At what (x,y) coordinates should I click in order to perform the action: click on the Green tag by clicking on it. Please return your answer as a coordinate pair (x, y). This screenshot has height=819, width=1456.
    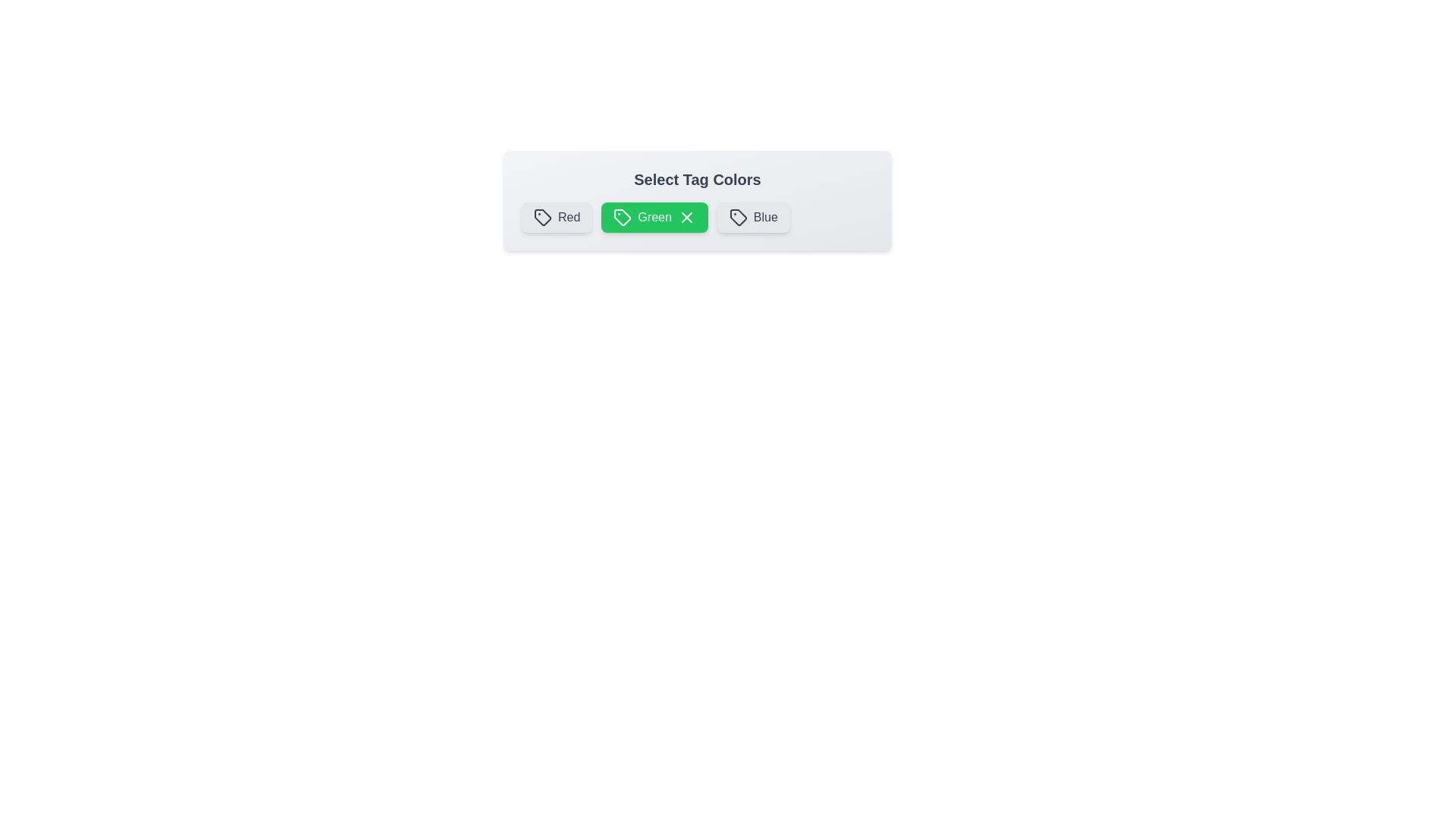
    Looking at the image, I should click on (654, 217).